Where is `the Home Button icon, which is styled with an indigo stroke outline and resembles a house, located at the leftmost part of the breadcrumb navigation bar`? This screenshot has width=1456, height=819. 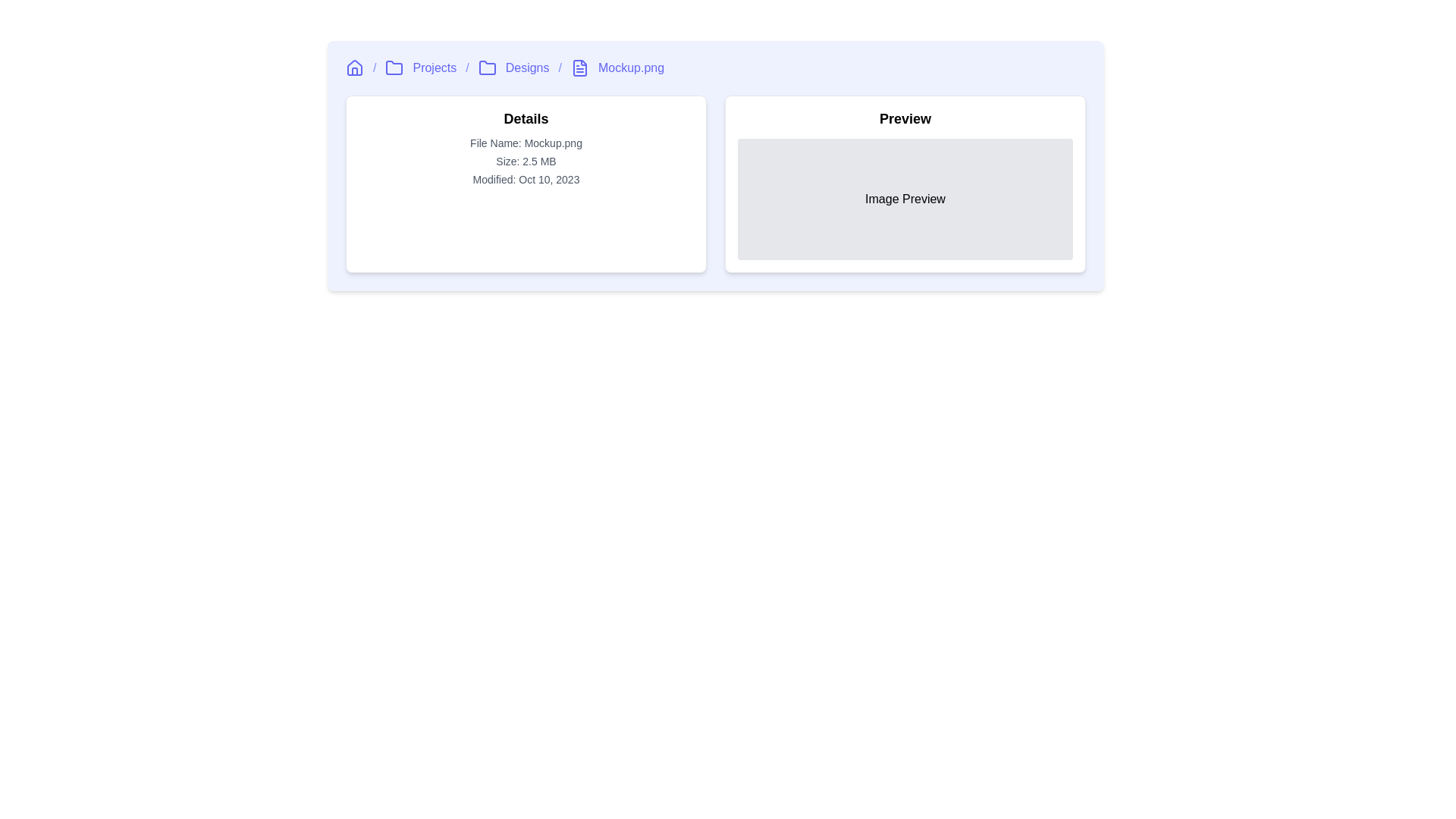 the Home Button icon, which is styled with an indigo stroke outline and resembles a house, located at the leftmost part of the breadcrumb navigation bar is located at coordinates (353, 67).